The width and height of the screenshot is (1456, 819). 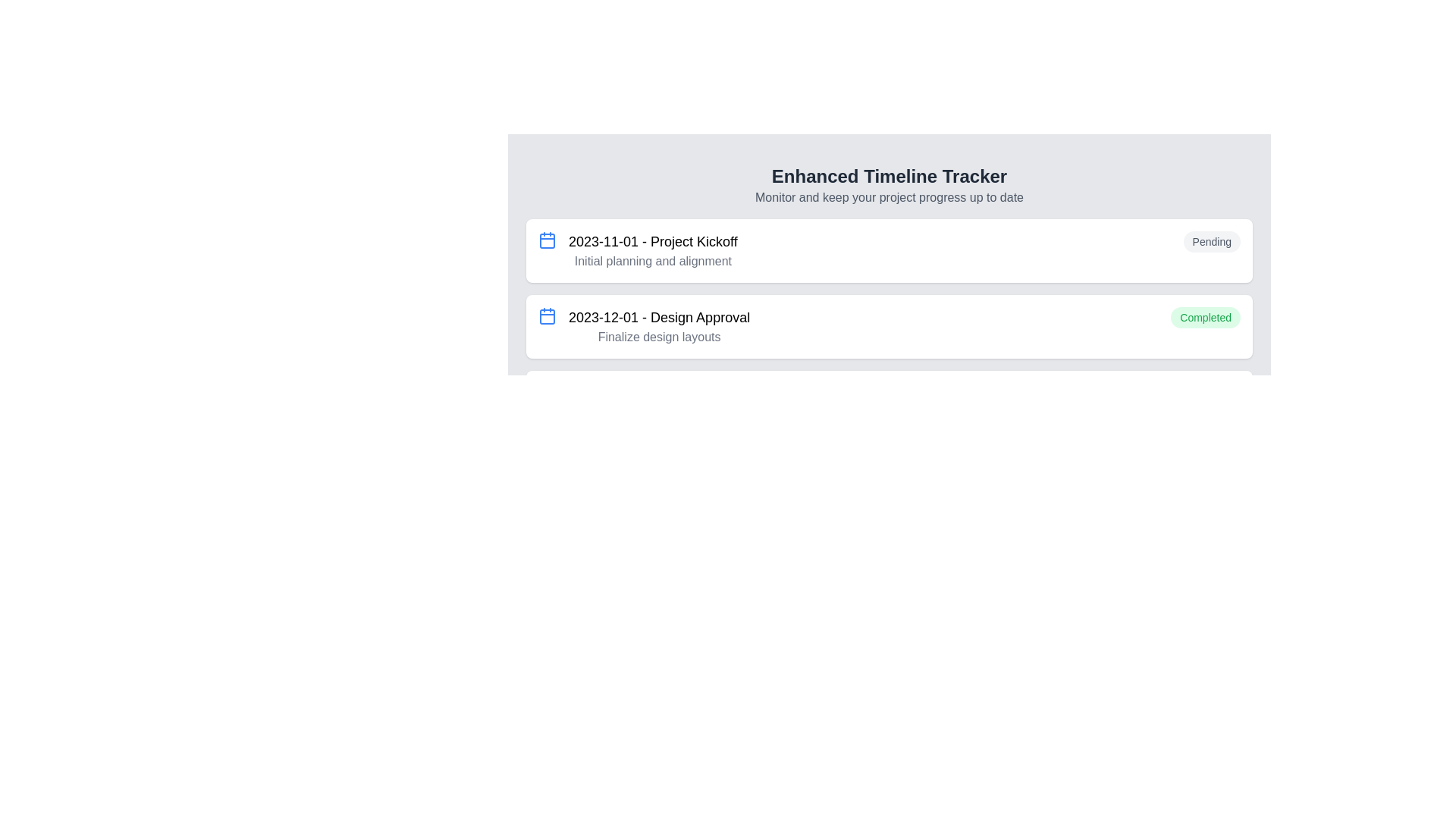 I want to click on the 'Pending' badge element, so click(x=1211, y=241).